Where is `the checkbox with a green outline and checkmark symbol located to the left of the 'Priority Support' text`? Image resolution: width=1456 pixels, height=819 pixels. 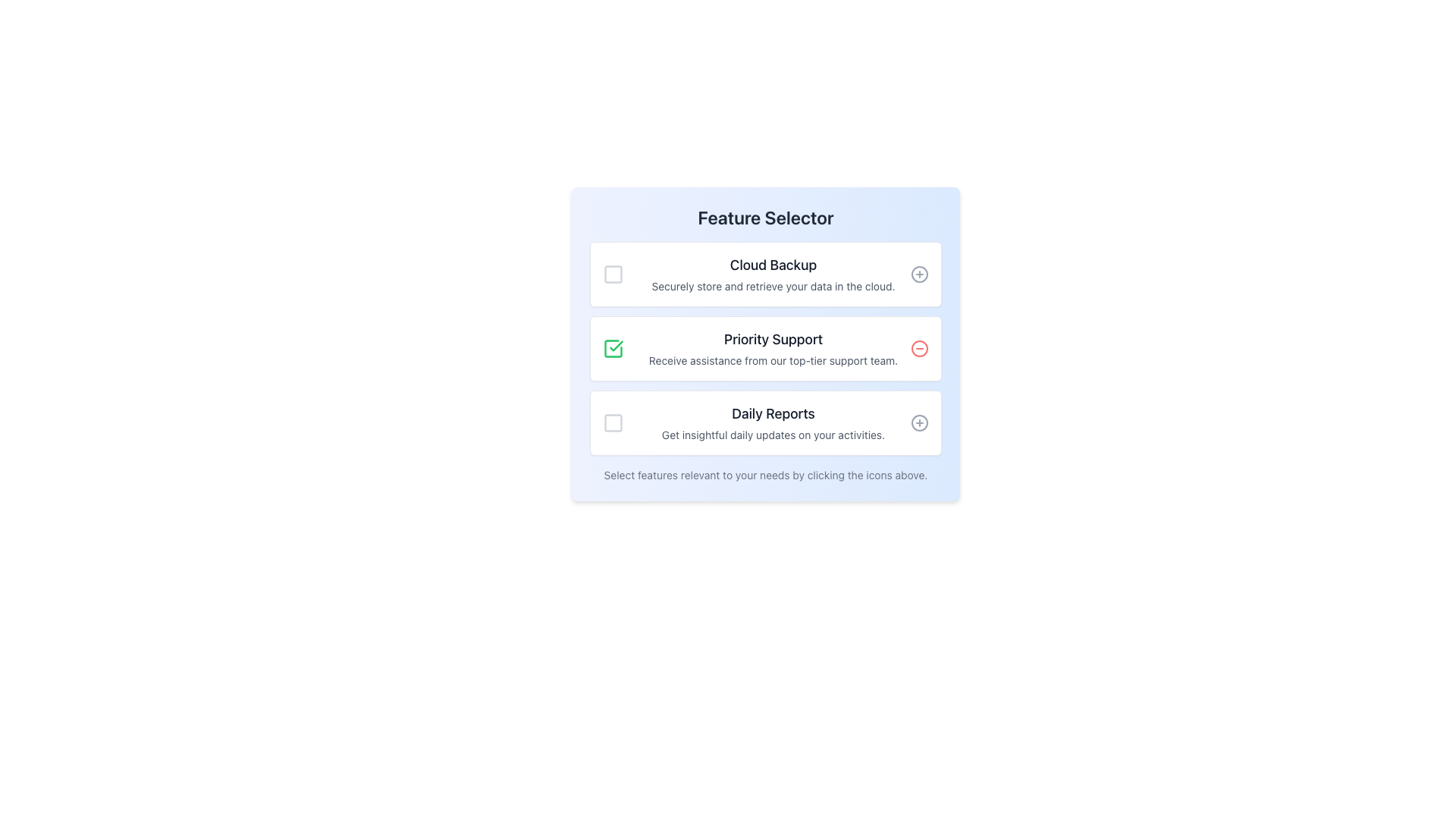 the checkbox with a green outline and checkmark symbol located to the left of the 'Priority Support' text is located at coordinates (613, 348).